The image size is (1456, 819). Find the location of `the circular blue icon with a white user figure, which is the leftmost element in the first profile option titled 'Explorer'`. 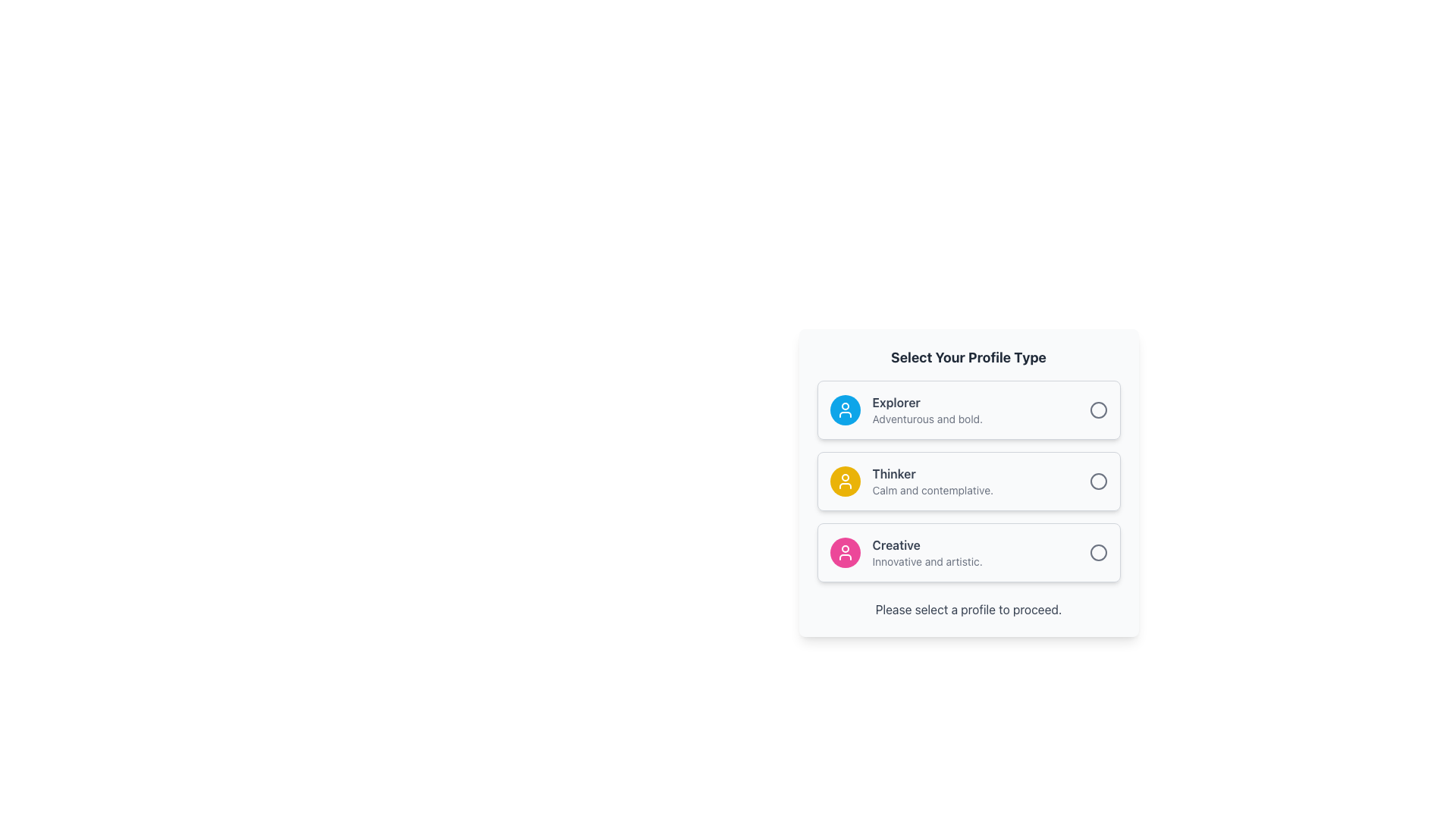

the circular blue icon with a white user figure, which is the leftmost element in the first profile option titled 'Explorer' is located at coordinates (844, 409).